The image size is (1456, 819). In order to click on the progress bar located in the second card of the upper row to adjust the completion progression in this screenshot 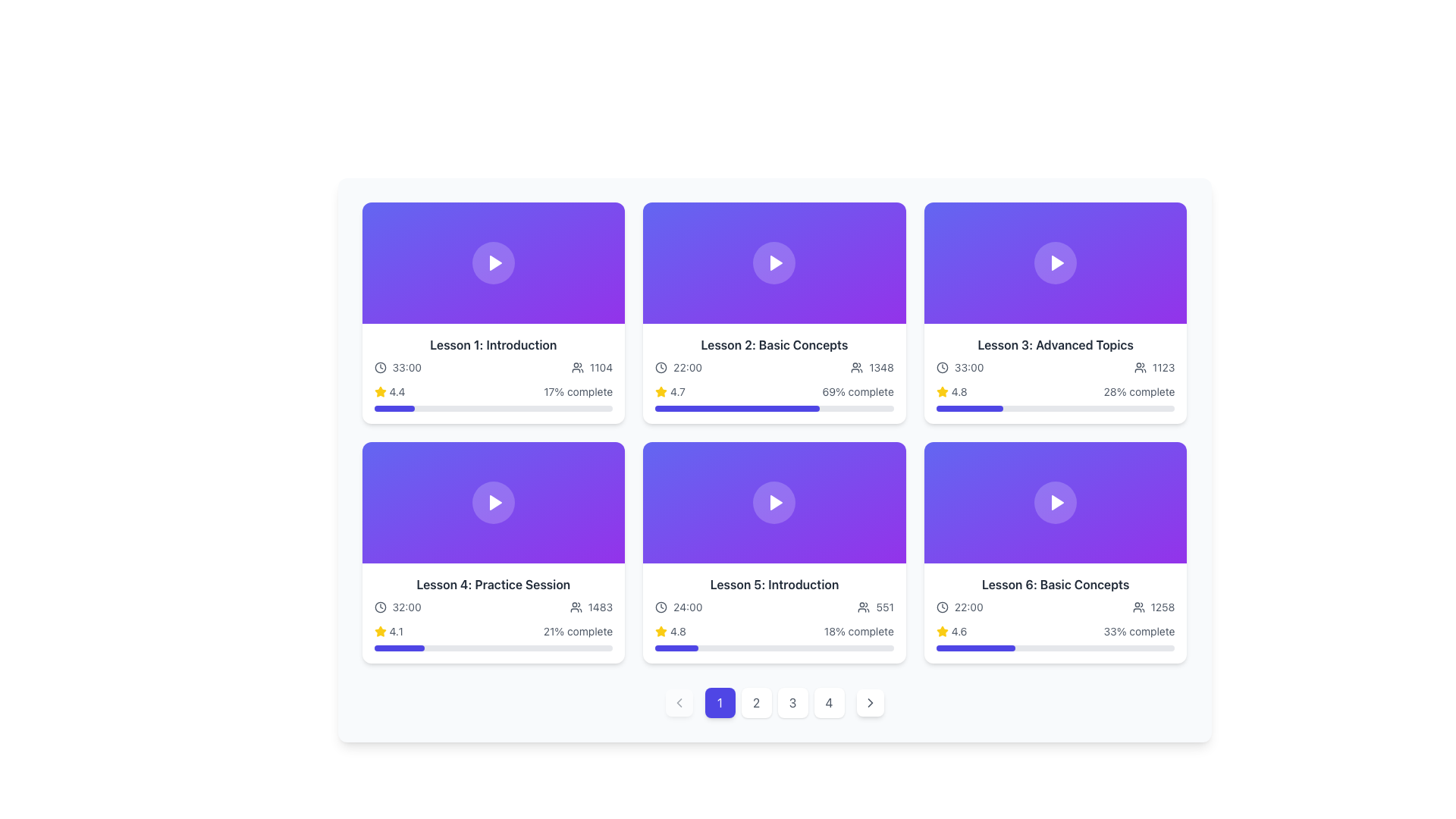, I will do `click(774, 397)`.